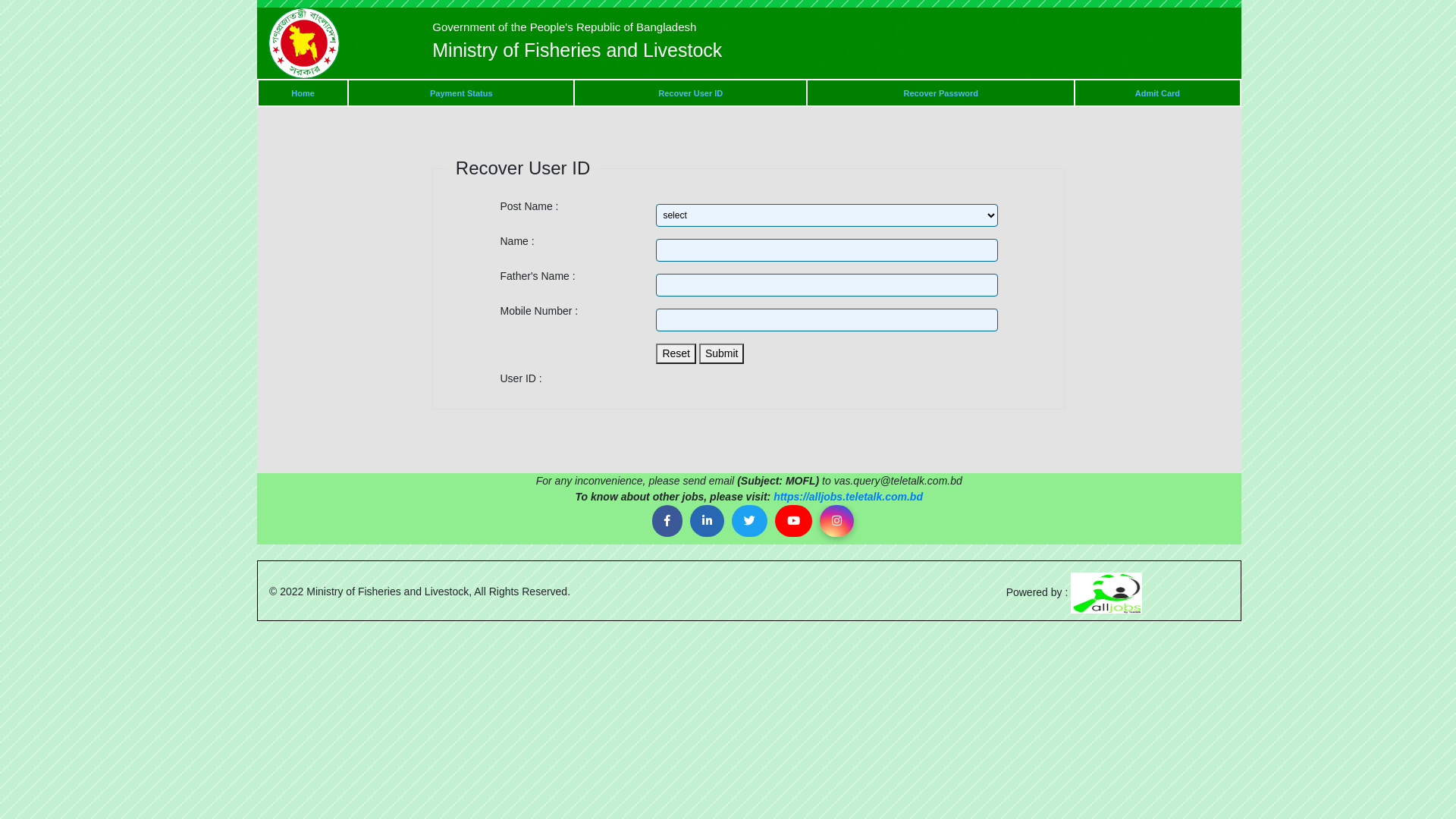 The image size is (1456, 819). I want to click on 'Submit', so click(720, 353).